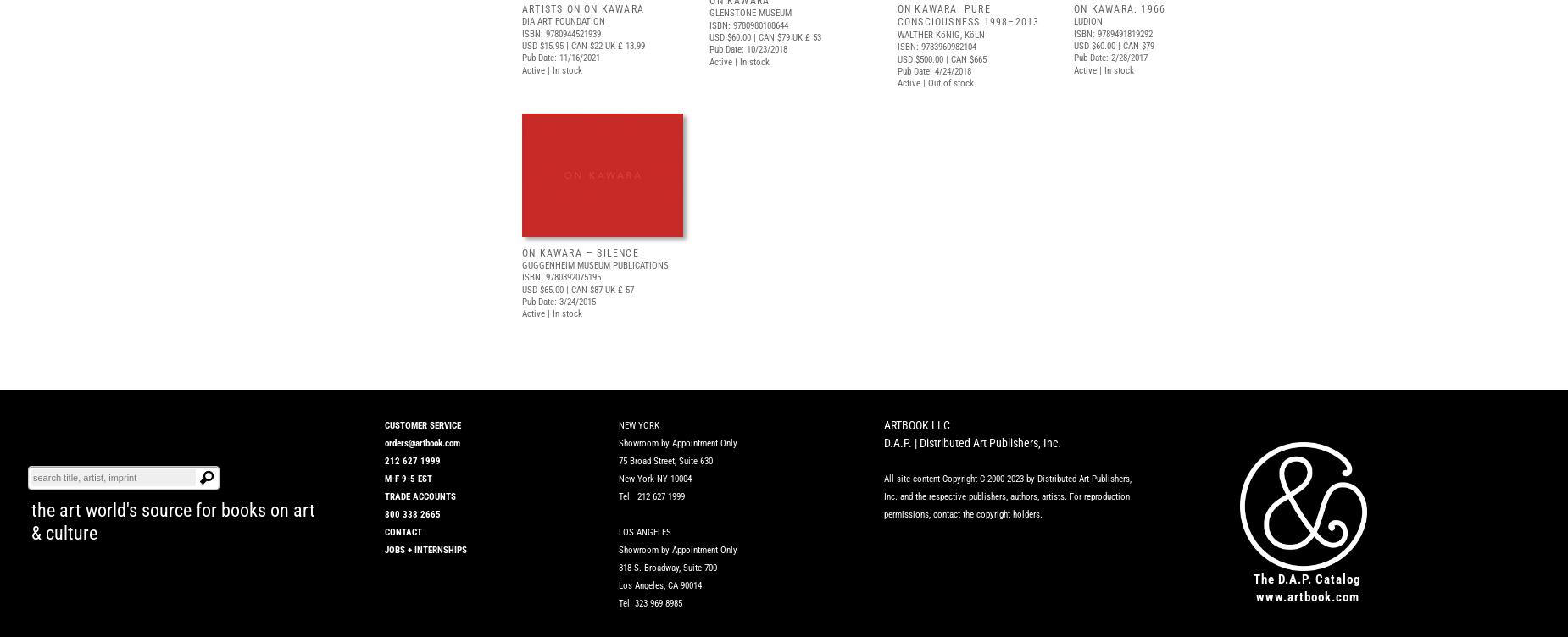 This screenshot has width=1568, height=637. Describe the element at coordinates (971, 442) in the screenshot. I see `'D.A.P. | Distributed Art Publishers, Inc.'` at that location.